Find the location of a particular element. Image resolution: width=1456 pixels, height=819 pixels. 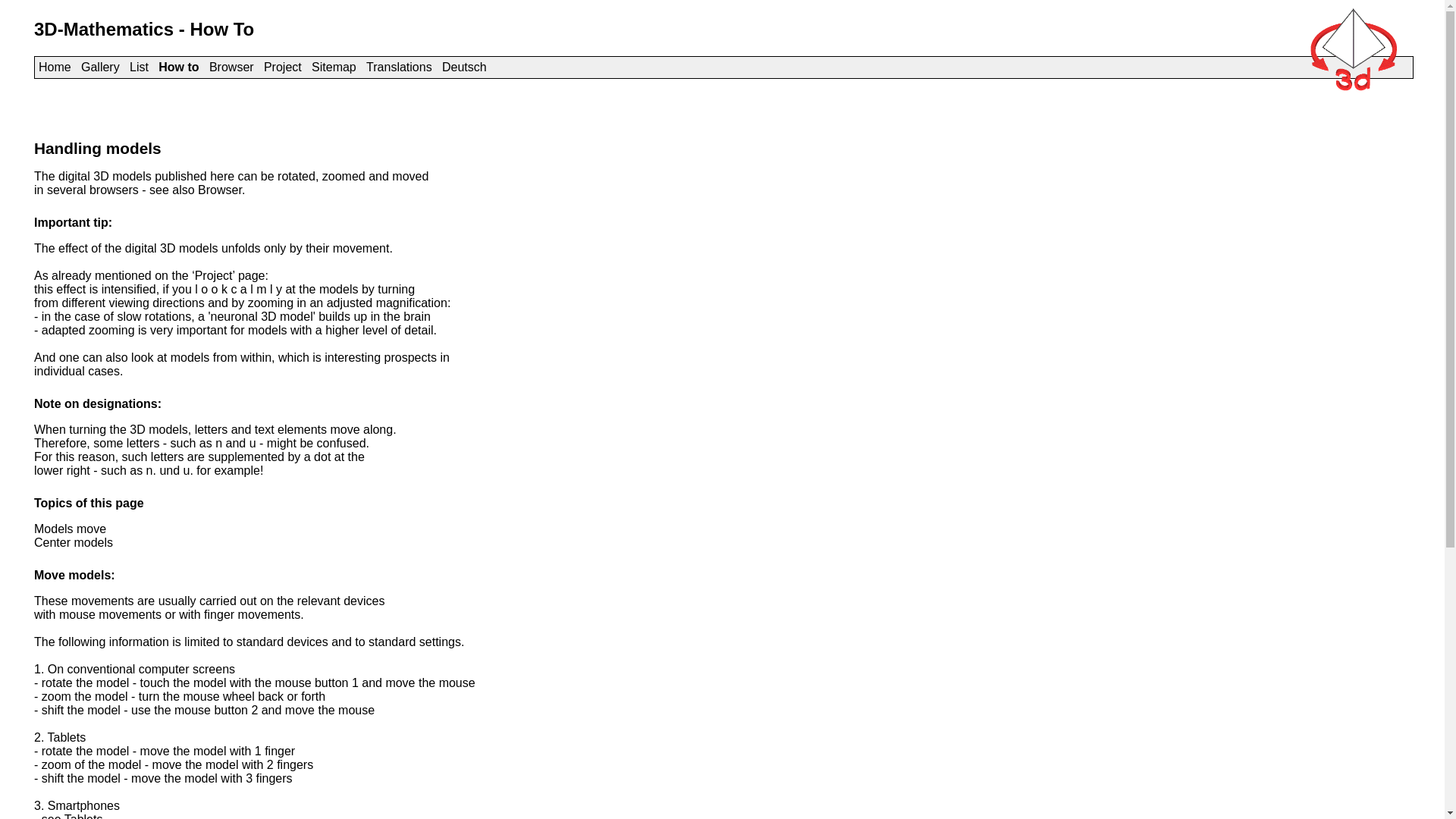

'3D-Mathematics - How To' is located at coordinates (144, 29).